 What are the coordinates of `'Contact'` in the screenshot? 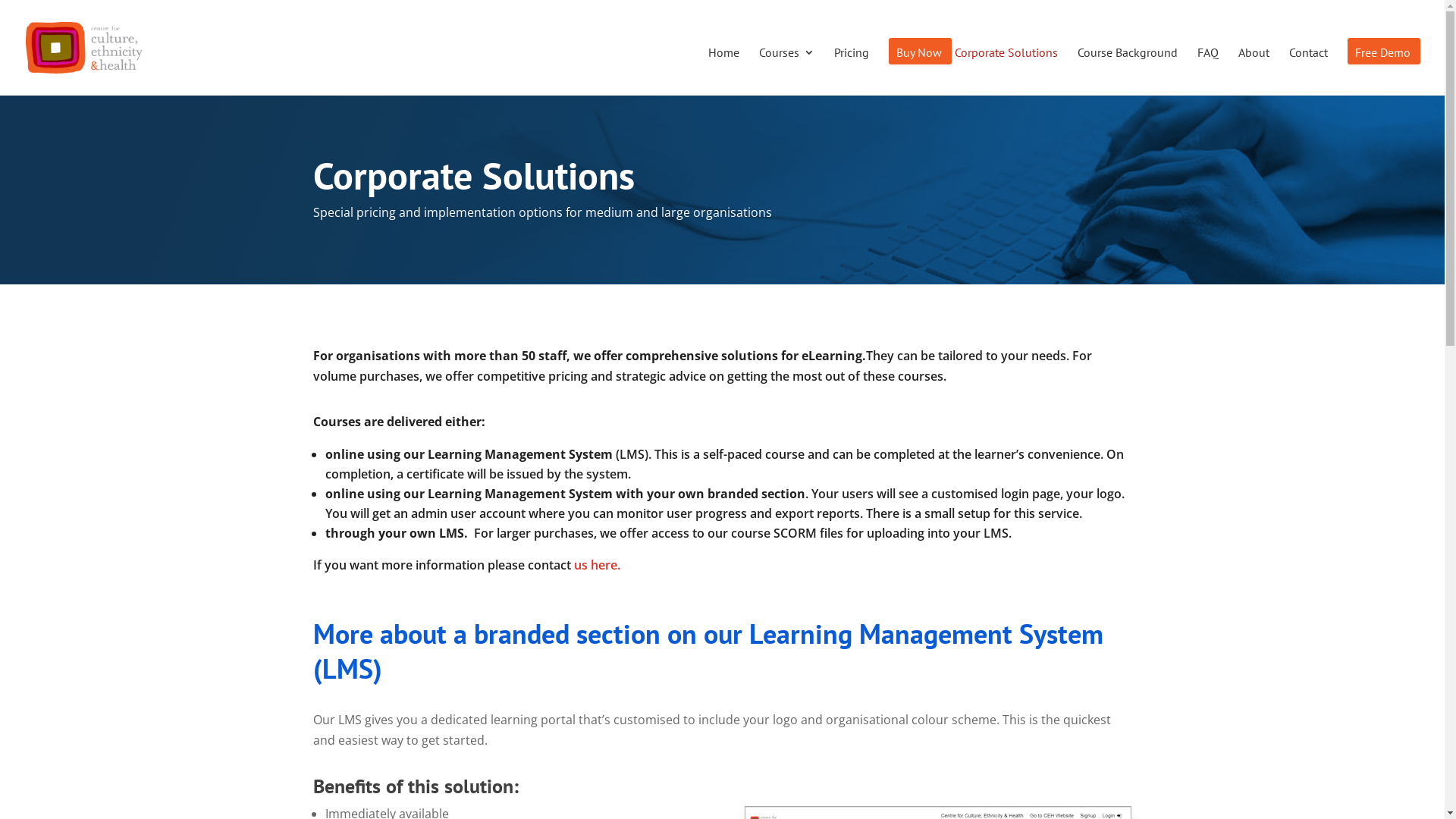 It's located at (1307, 71).